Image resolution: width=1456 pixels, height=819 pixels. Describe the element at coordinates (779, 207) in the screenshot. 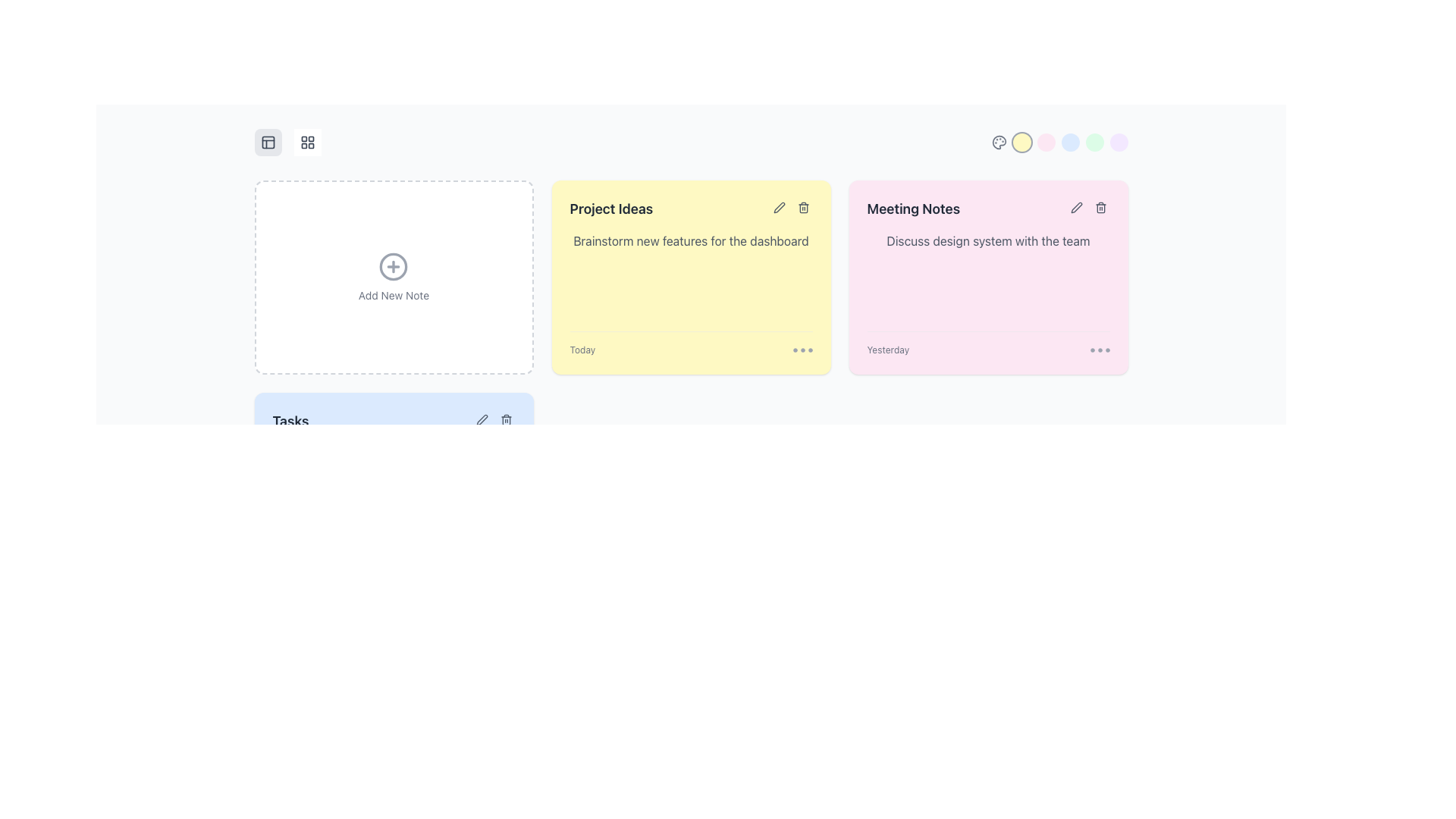

I see `the editing icon located in the top-right corner of the 'Project Ideas' card` at that location.